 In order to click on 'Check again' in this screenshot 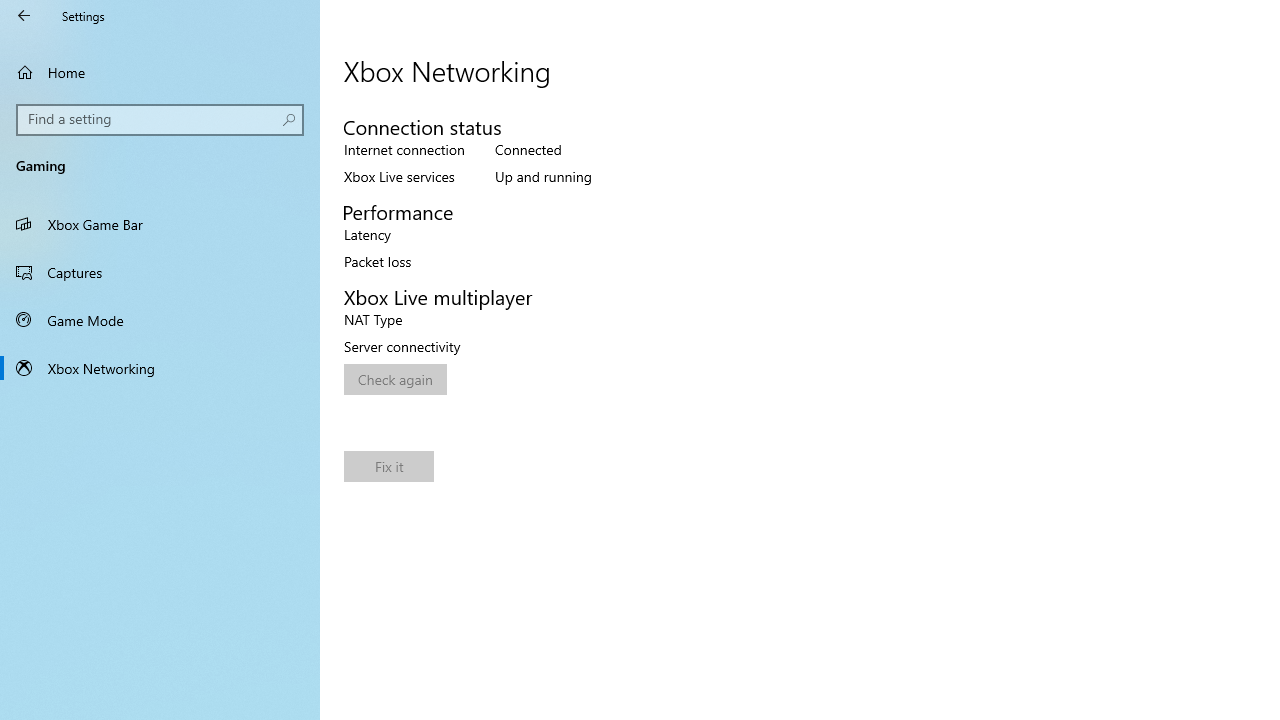, I will do `click(395, 379)`.